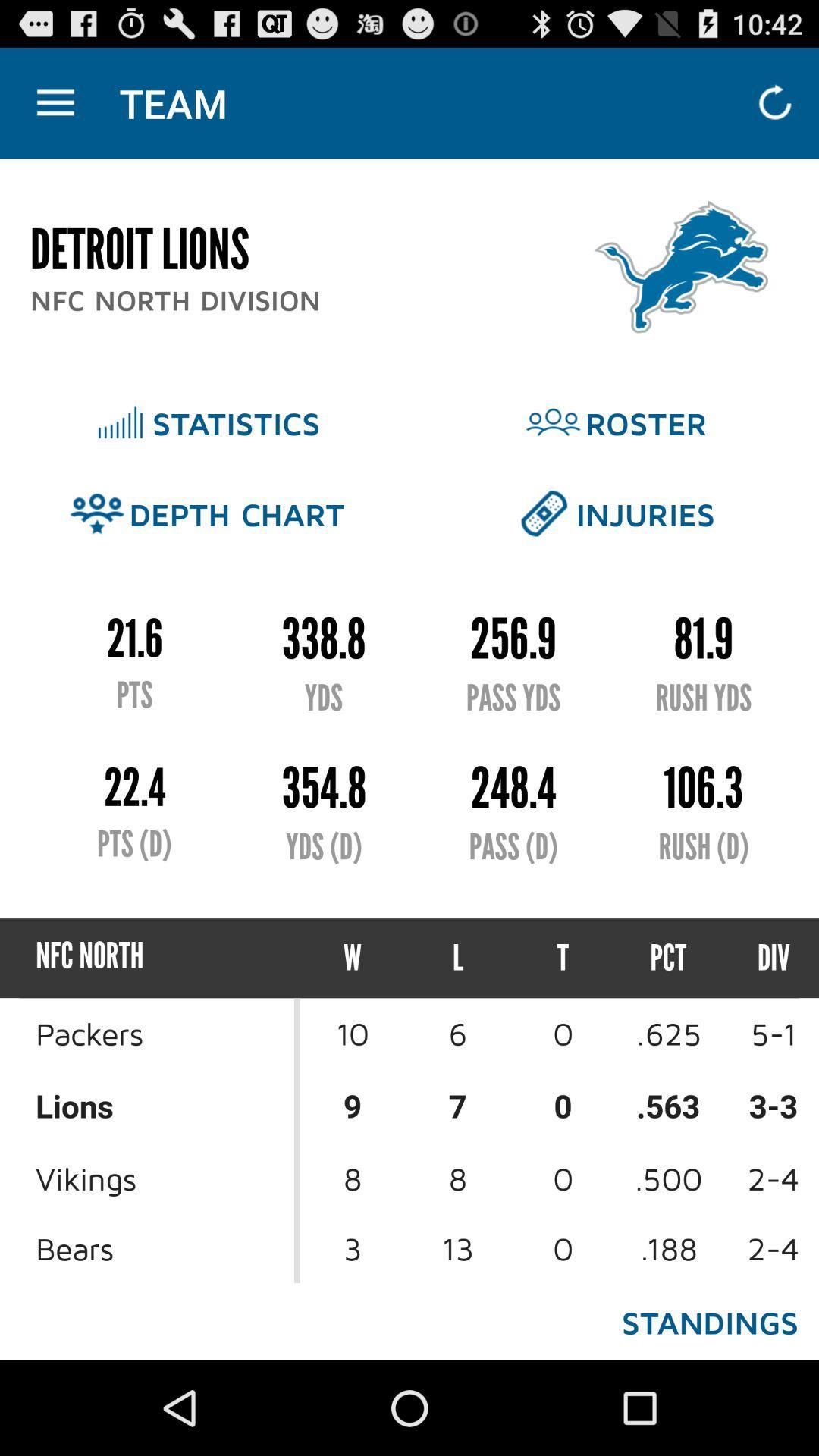 Image resolution: width=819 pixels, height=1456 pixels. What do you see at coordinates (457, 957) in the screenshot?
I see `the item next to w icon` at bounding box center [457, 957].